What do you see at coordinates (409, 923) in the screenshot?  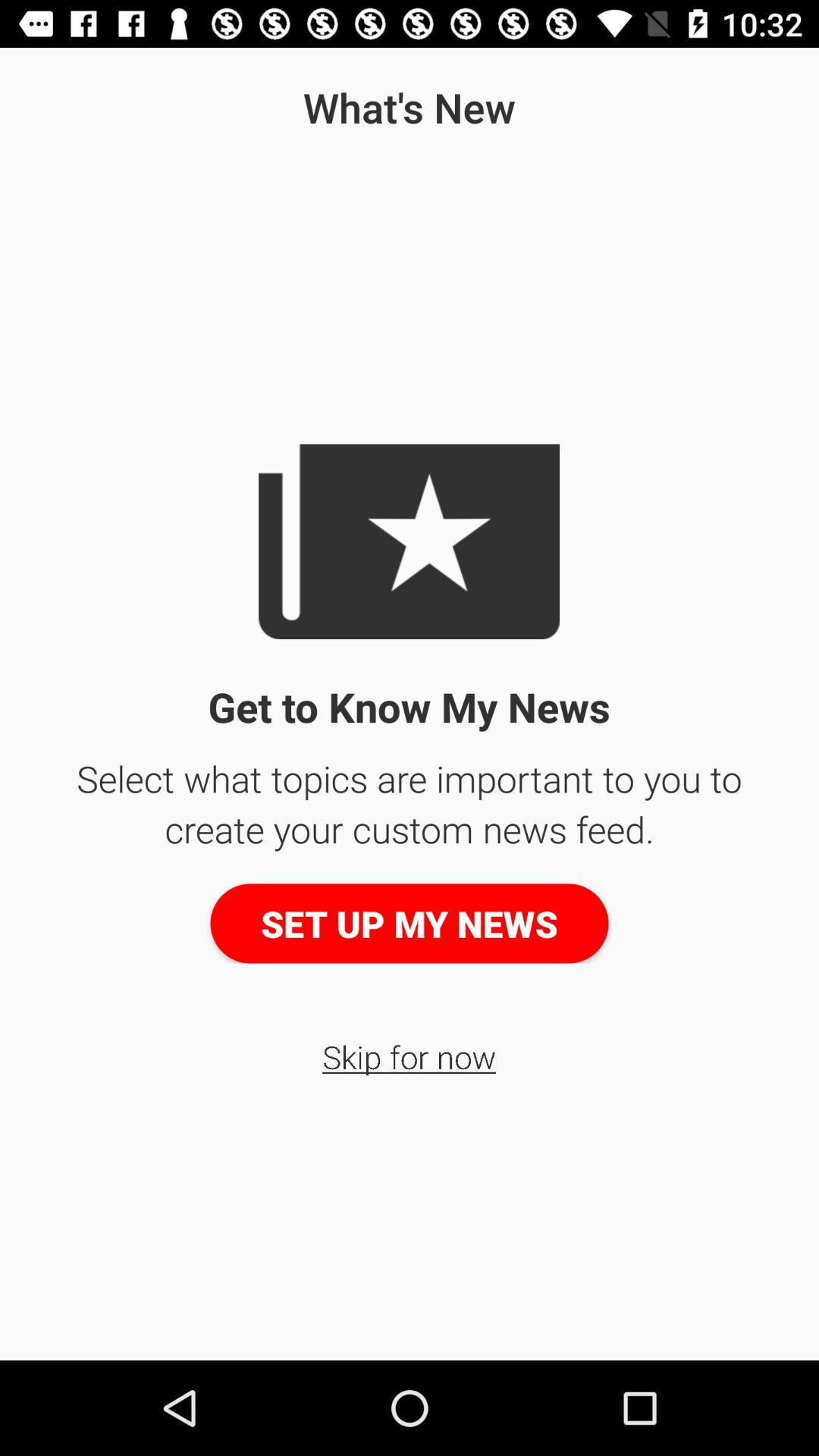 I see `app above the skip for now` at bounding box center [409, 923].